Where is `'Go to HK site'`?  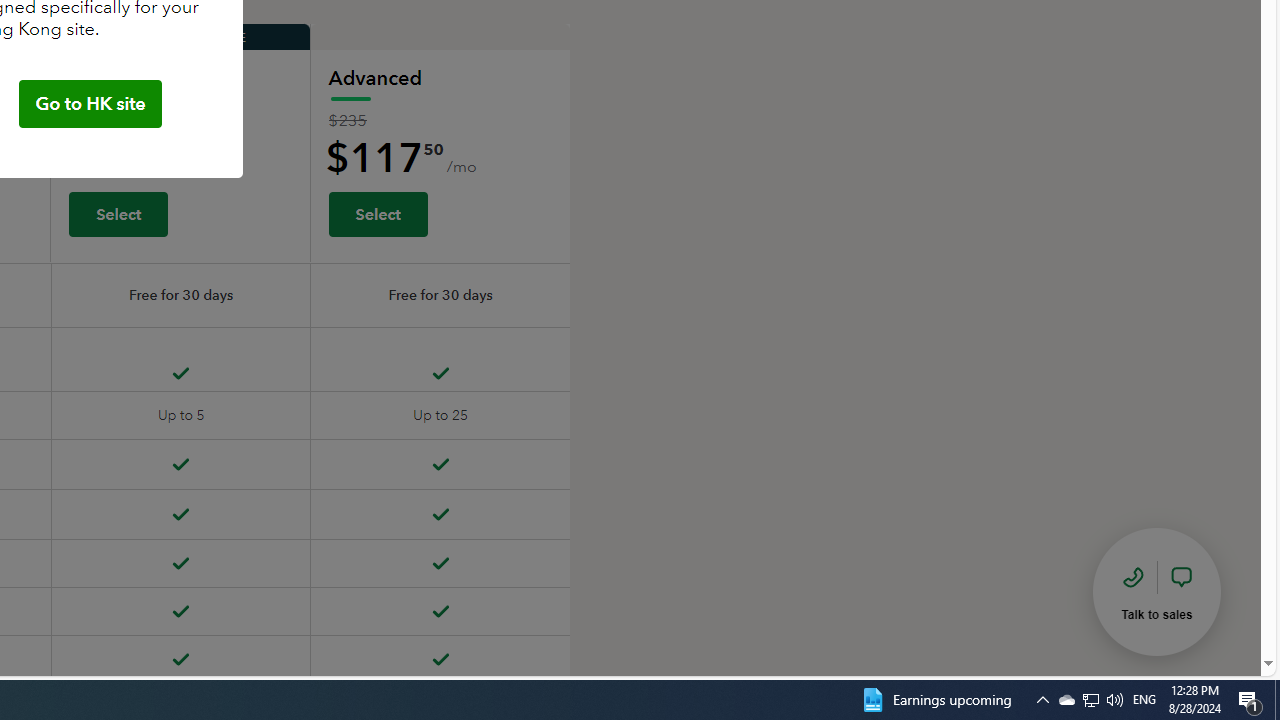 'Go to HK site' is located at coordinates (89, 104).